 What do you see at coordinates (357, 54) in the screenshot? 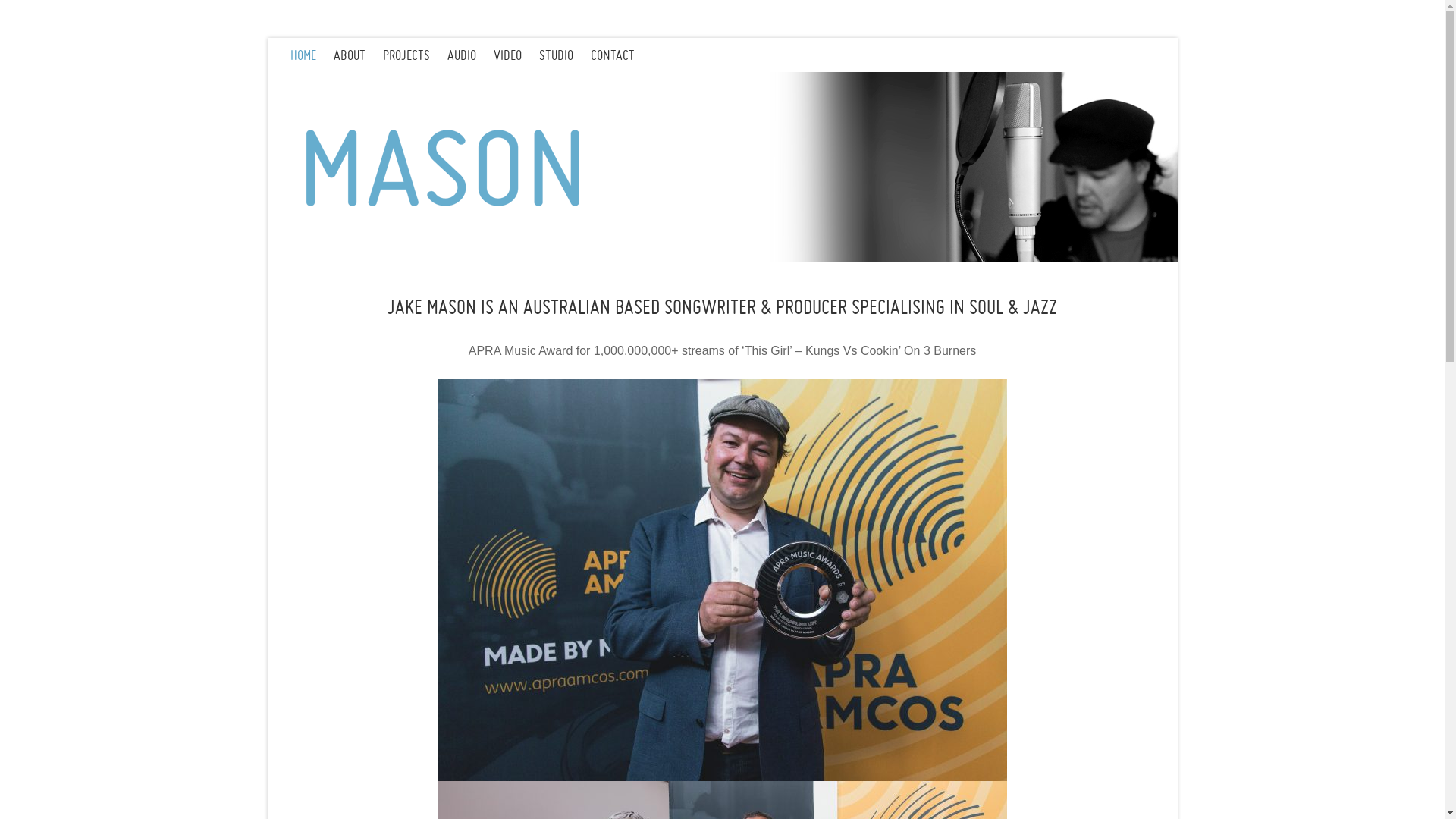
I see `'ABOUT'` at bounding box center [357, 54].